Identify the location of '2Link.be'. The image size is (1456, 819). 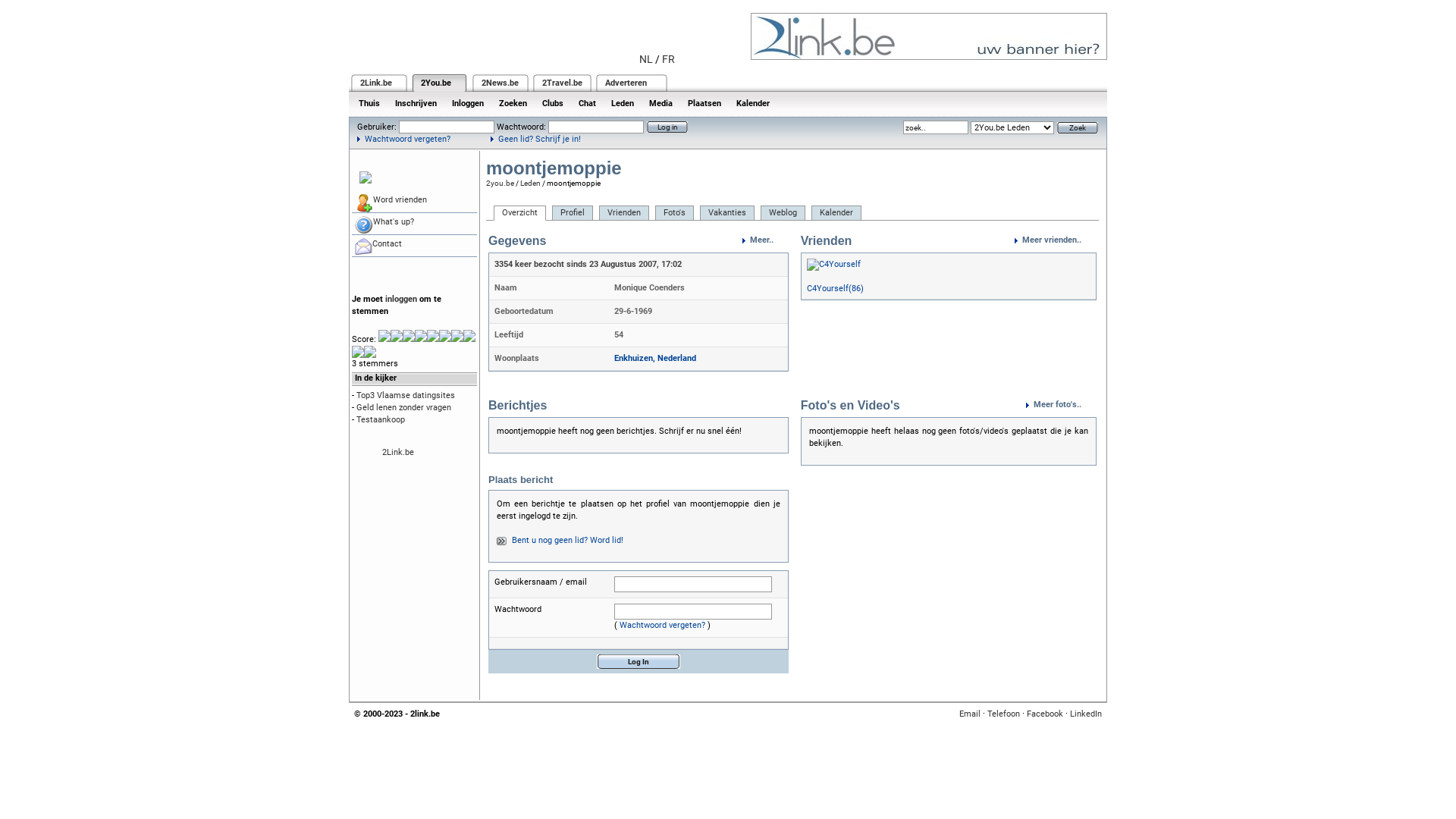
(359, 83).